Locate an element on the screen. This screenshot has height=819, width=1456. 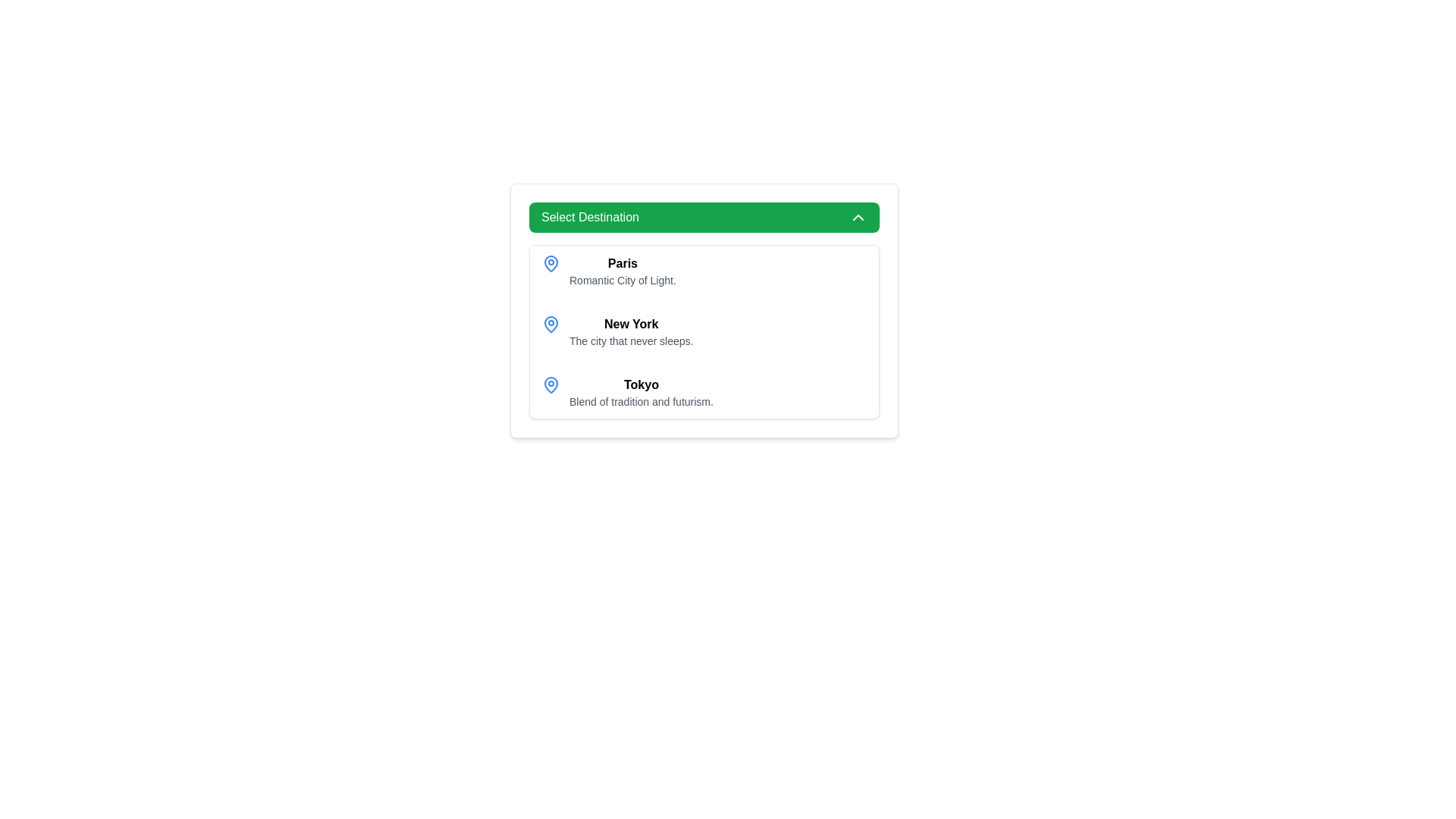
the descriptive text element for 'New York' in the dropdown list titled 'Select Destination', which provides additional information about the destination is located at coordinates (631, 341).